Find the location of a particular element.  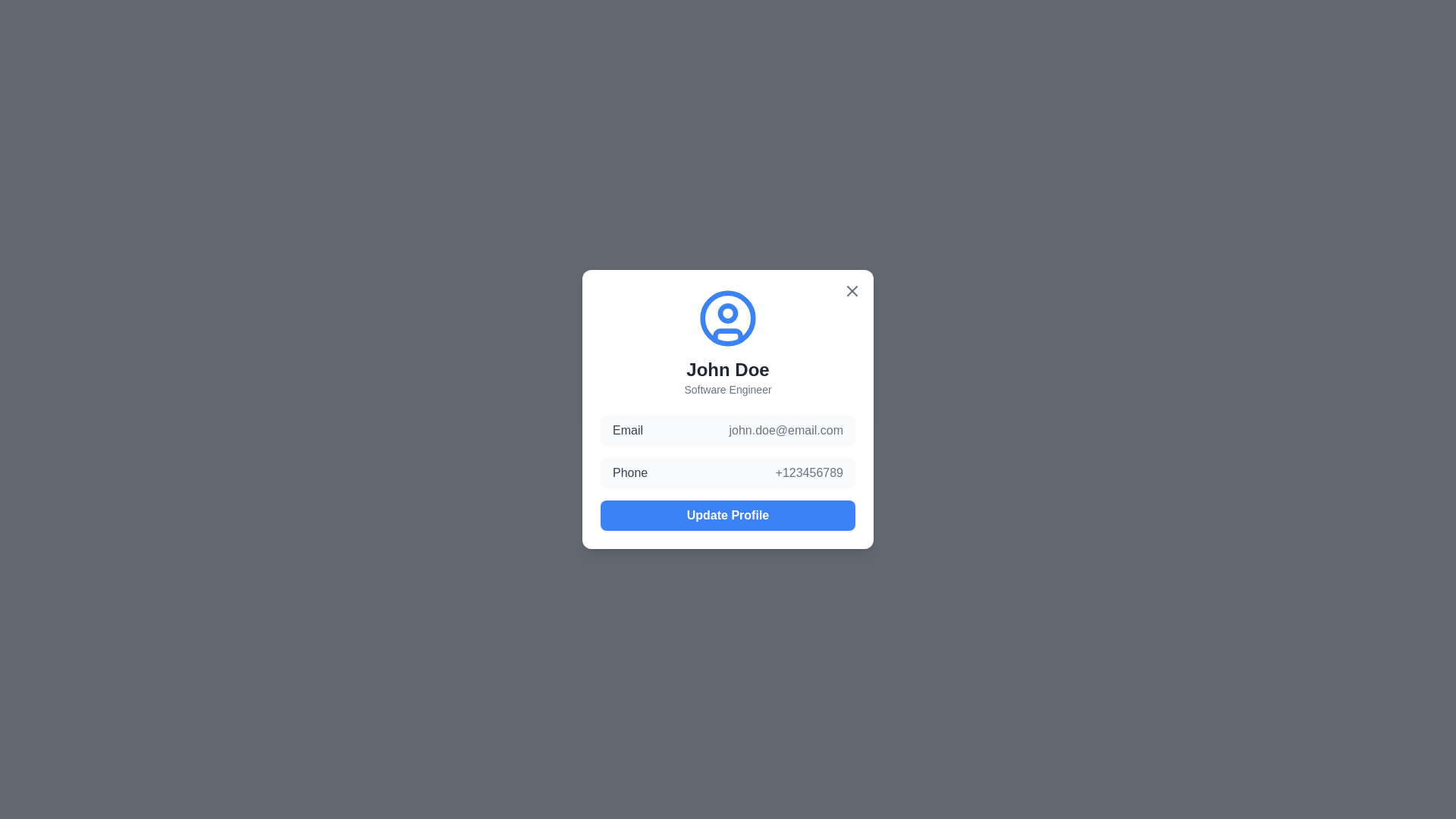

the small diagonal cross (X) icon in the top-right corner of the profile card is located at coordinates (852, 291).